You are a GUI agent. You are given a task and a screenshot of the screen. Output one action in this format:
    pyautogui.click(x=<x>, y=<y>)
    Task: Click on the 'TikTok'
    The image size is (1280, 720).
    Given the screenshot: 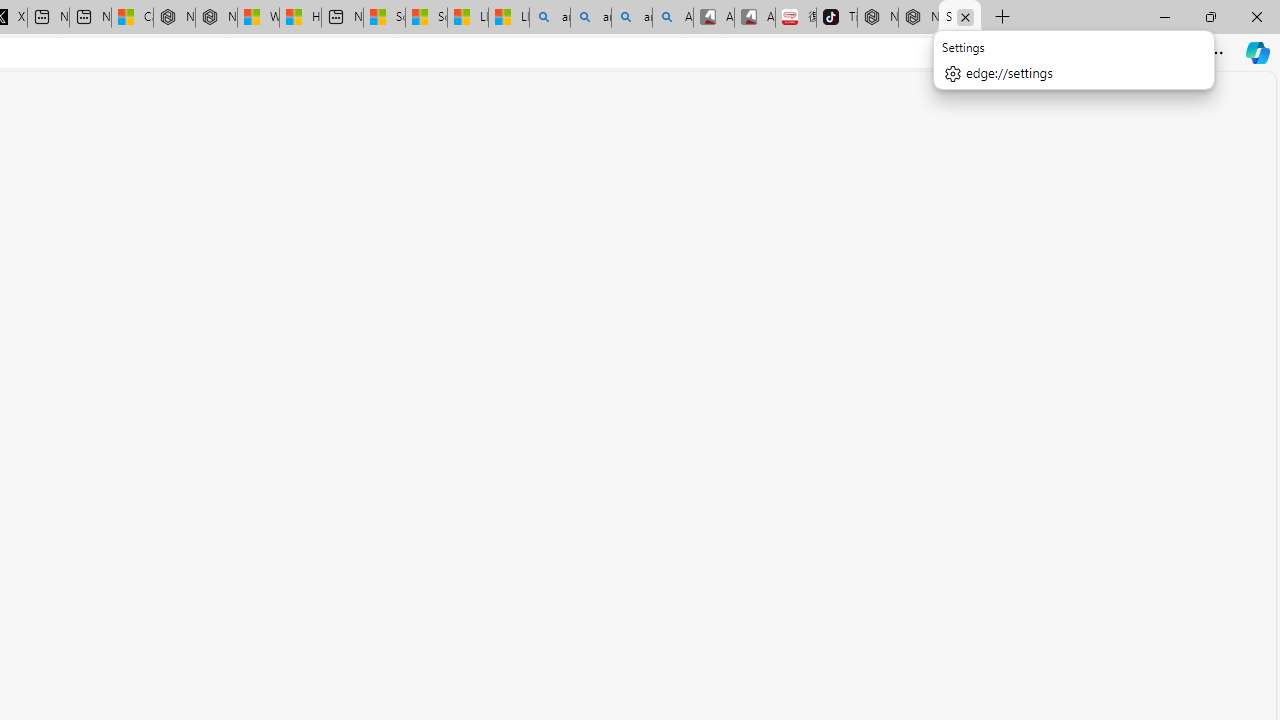 What is the action you would take?
    pyautogui.click(x=837, y=17)
    